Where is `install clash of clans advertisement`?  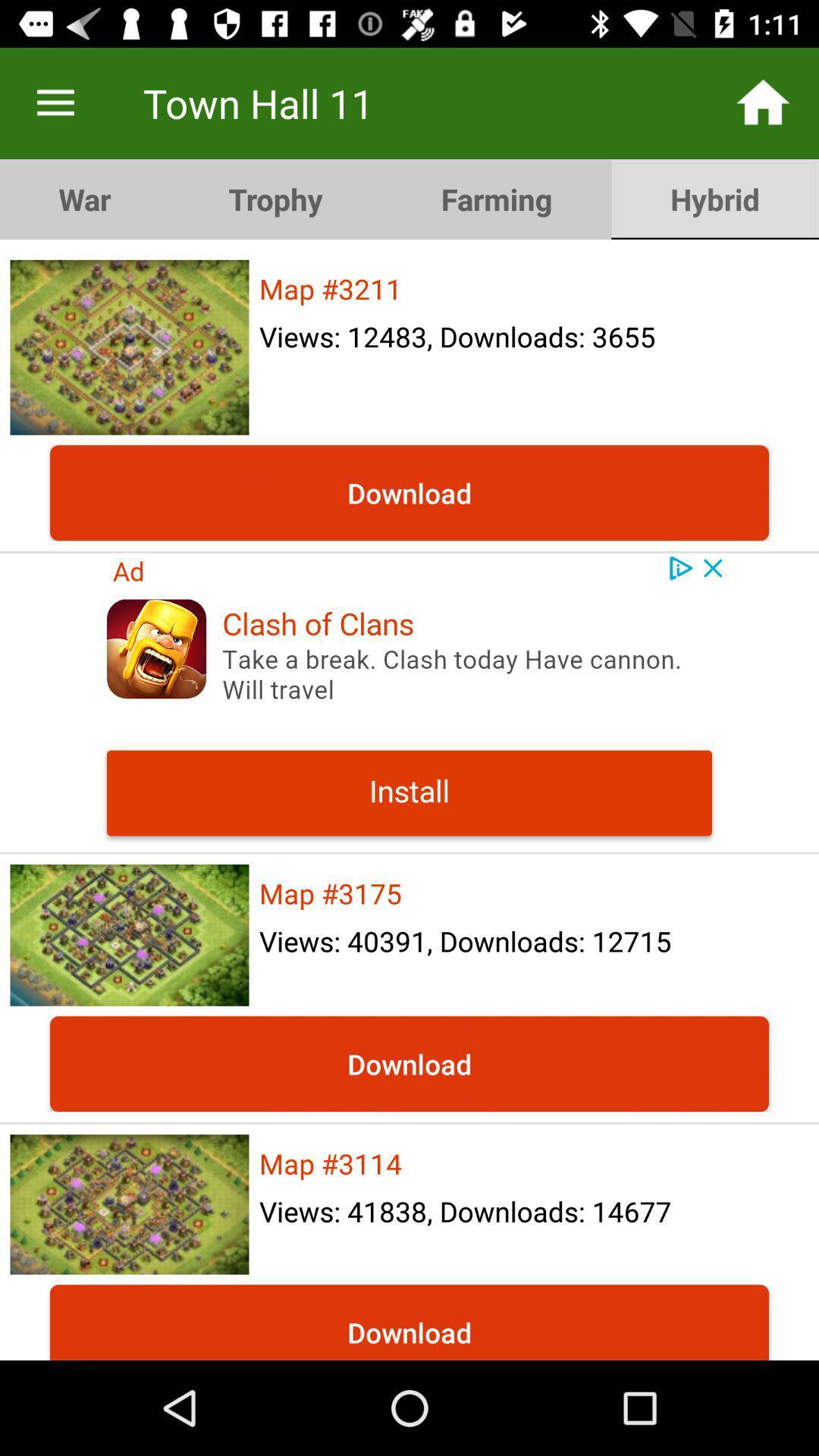
install clash of clans advertisement is located at coordinates (409, 701).